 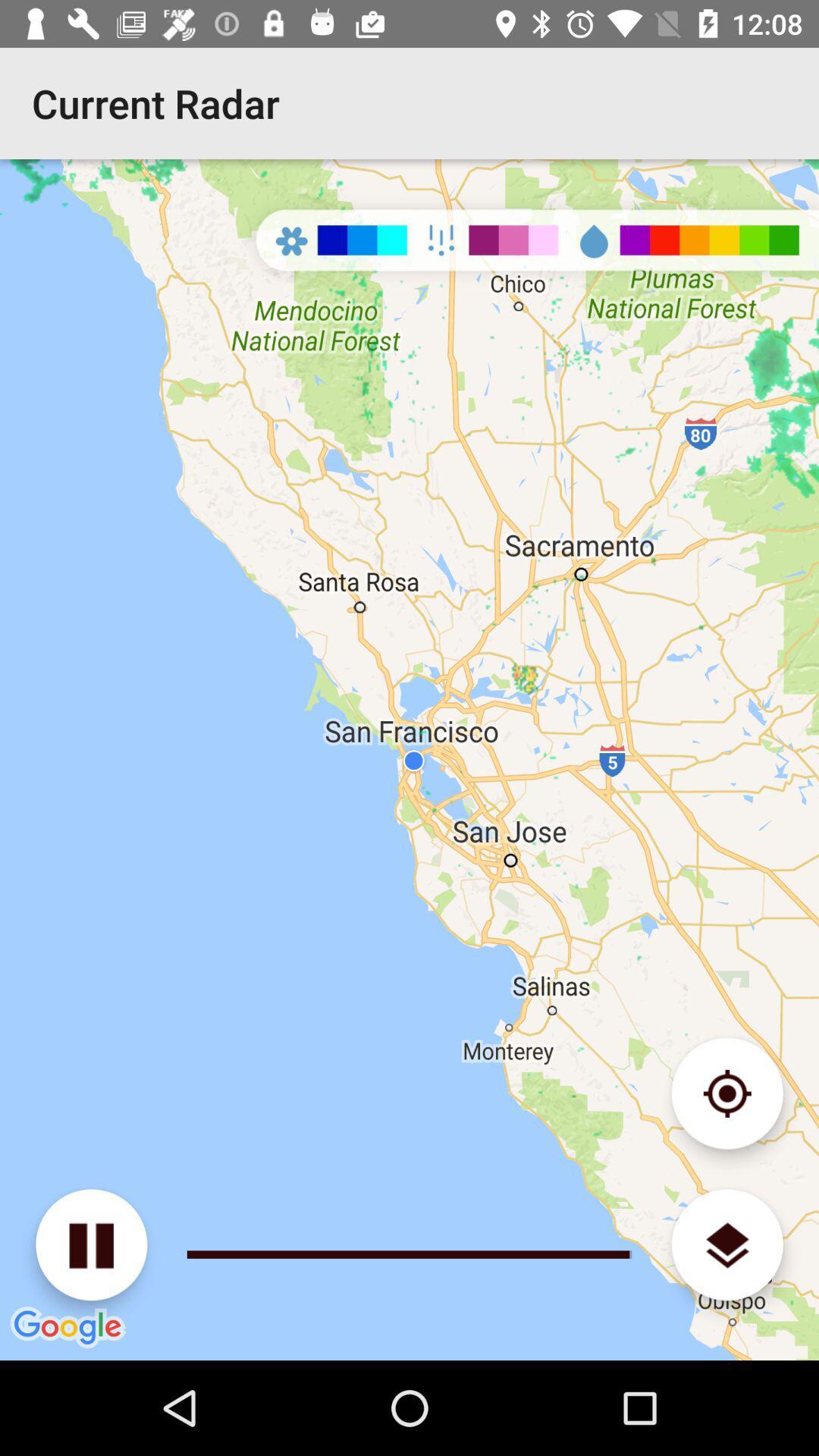 I want to click on change map type, so click(x=726, y=1244).